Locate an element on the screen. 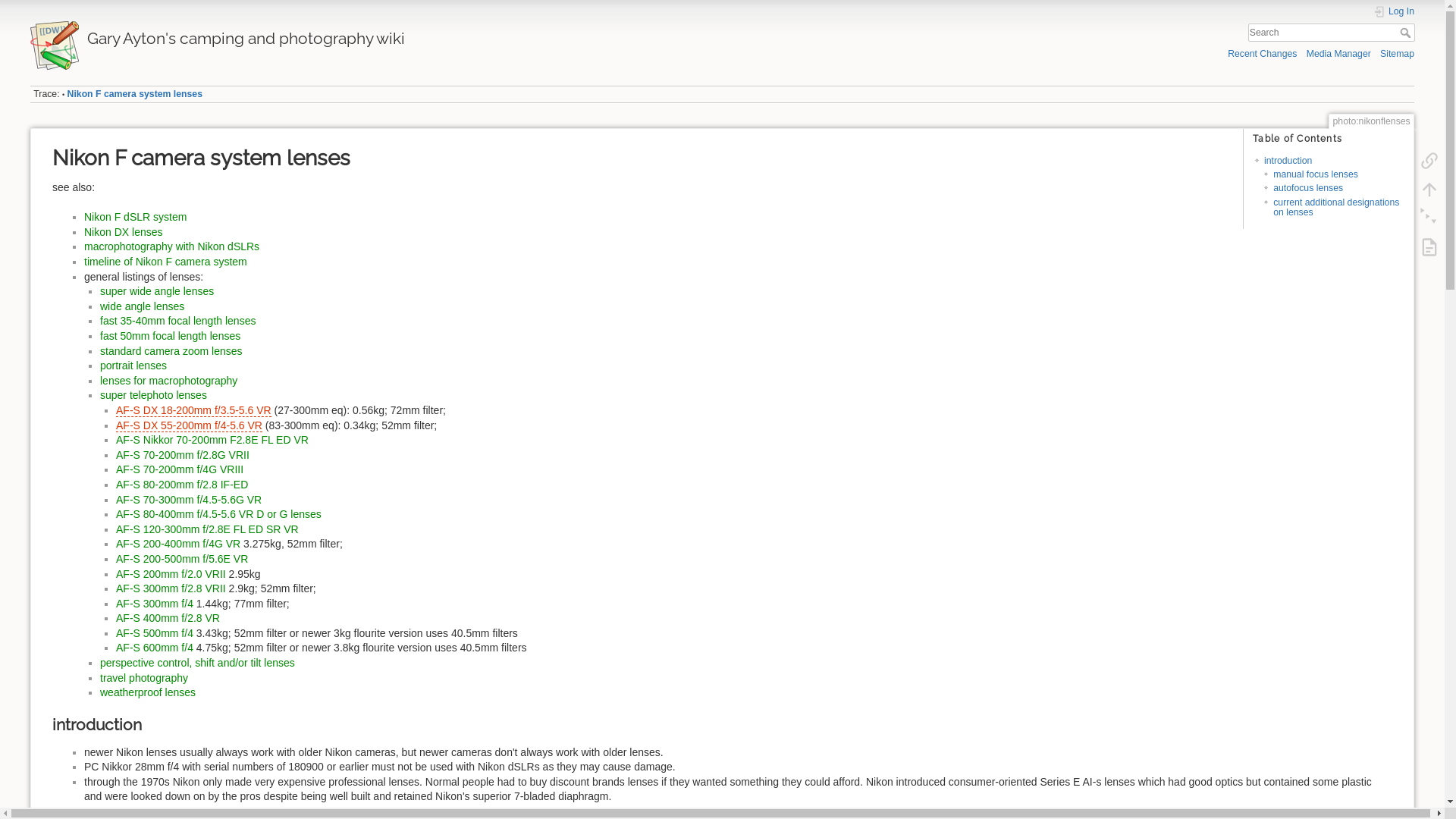  'perspective control, shift and/or tilt lenses' is located at coordinates (196, 662).